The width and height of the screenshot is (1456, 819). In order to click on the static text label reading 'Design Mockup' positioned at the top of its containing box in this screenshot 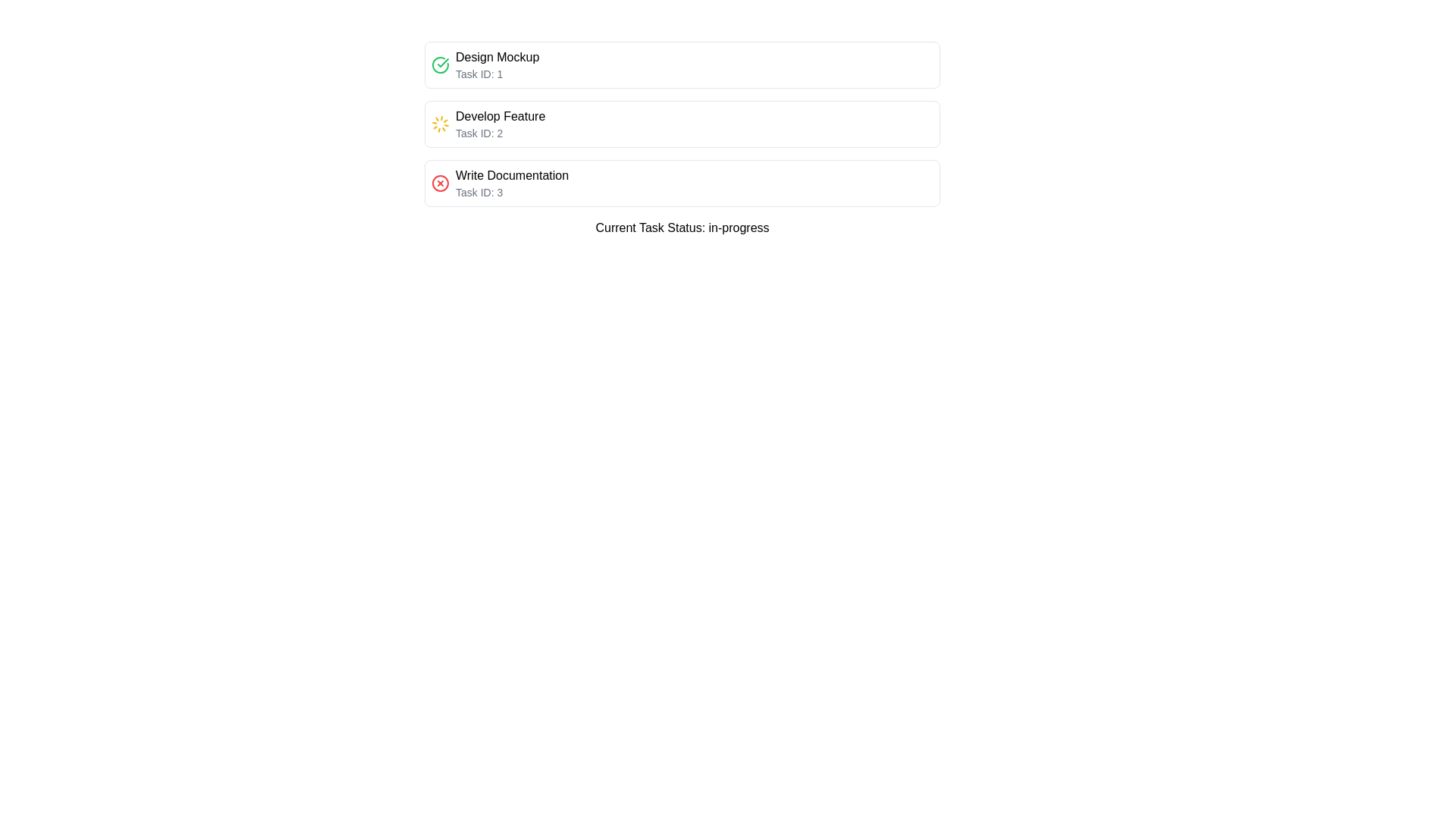, I will do `click(497, 57)`.